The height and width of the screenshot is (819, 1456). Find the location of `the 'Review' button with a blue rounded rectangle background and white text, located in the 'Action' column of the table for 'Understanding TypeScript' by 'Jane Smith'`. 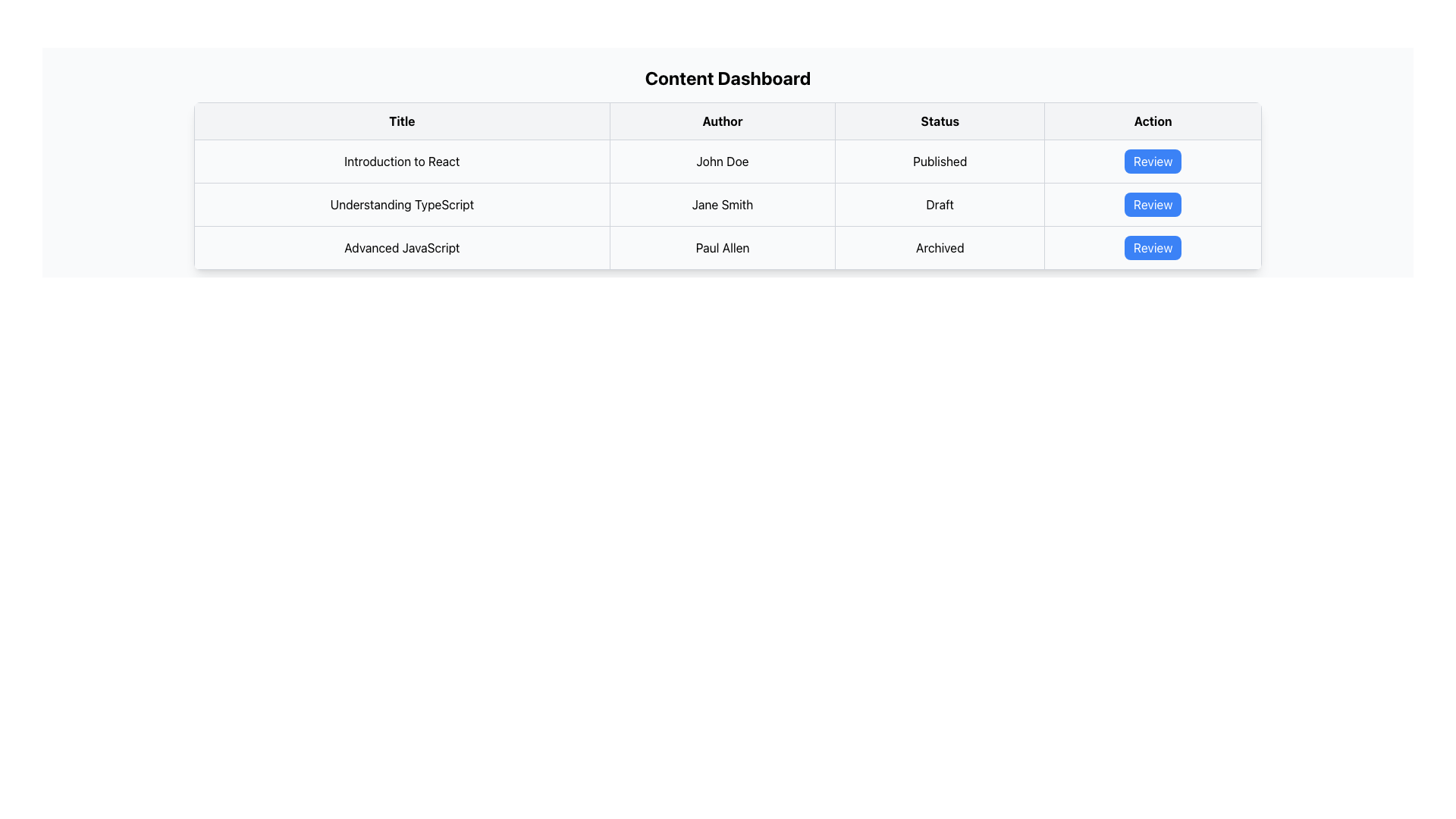

the 'Review' button with a blue rounded rectangle background and white text, located in the 'Action' column of the table for 'Understanding TypeScript' by 'Jane Smith' is located at coordinates (1153, 205).